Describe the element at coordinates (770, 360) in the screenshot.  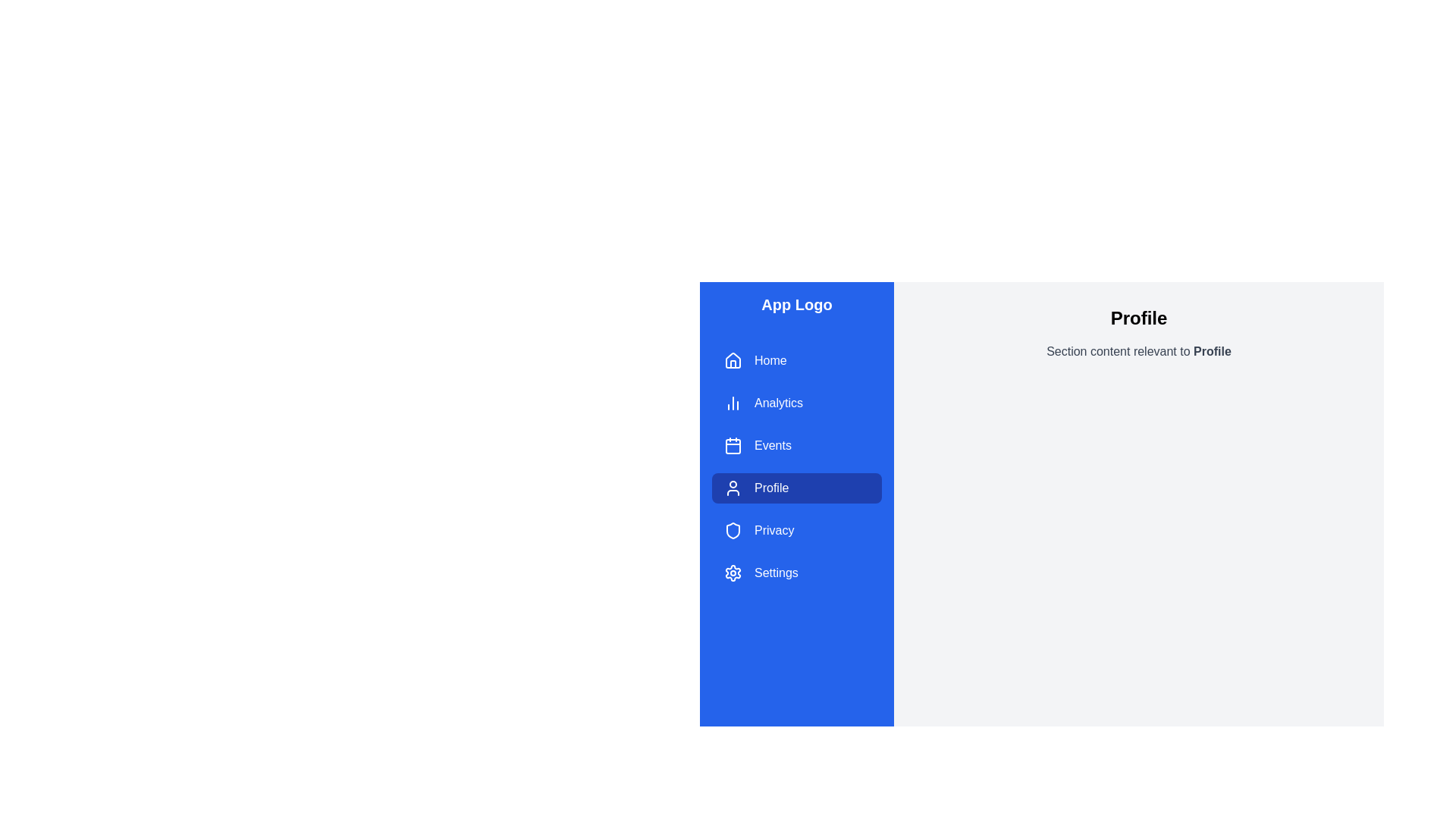
I see `the 'Home' text label in the navigation sidebar, which indicates the homepage or dashboard of the application` at that location.